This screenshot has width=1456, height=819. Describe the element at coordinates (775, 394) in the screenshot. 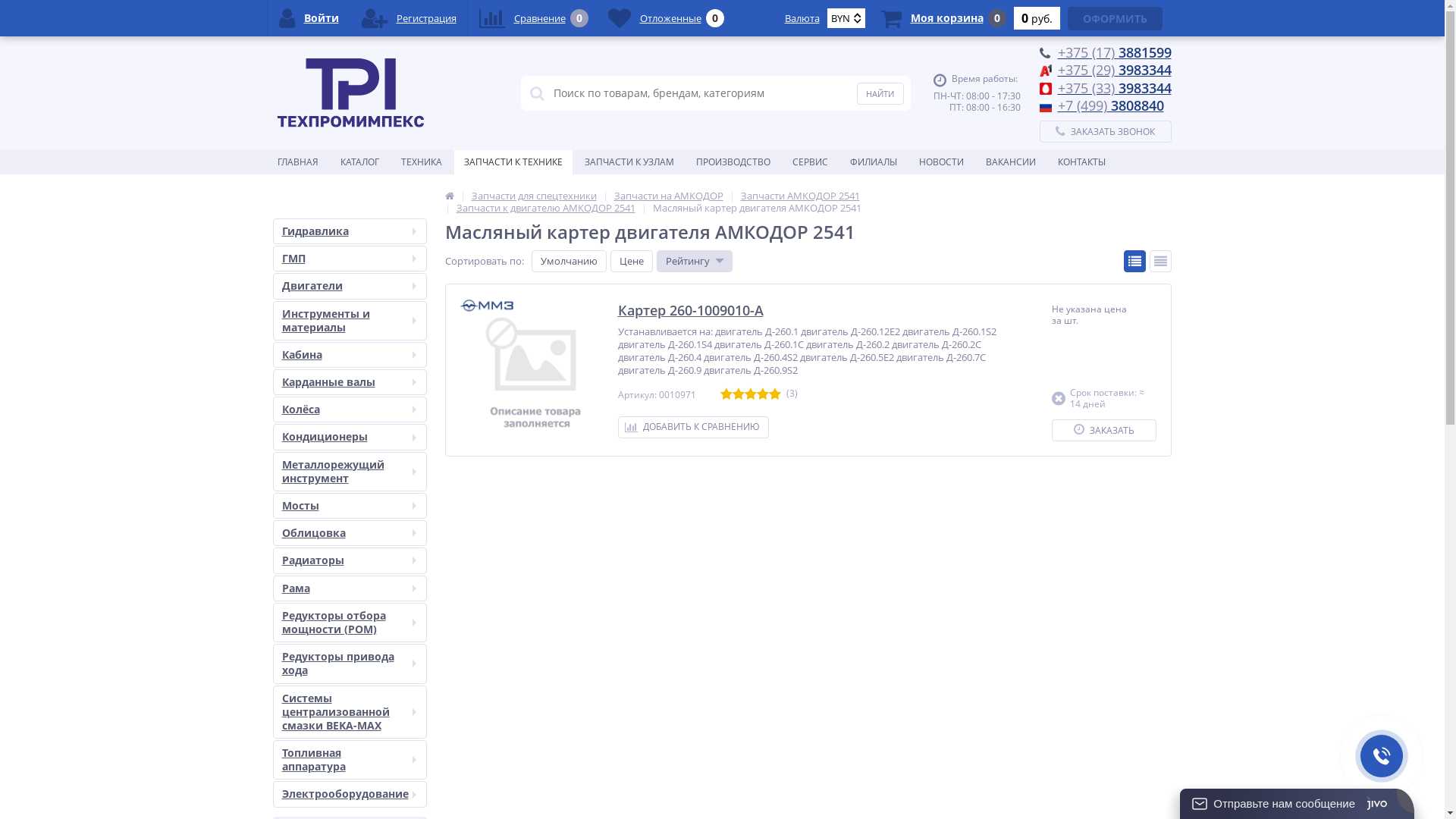

I see `'5'` at that location.